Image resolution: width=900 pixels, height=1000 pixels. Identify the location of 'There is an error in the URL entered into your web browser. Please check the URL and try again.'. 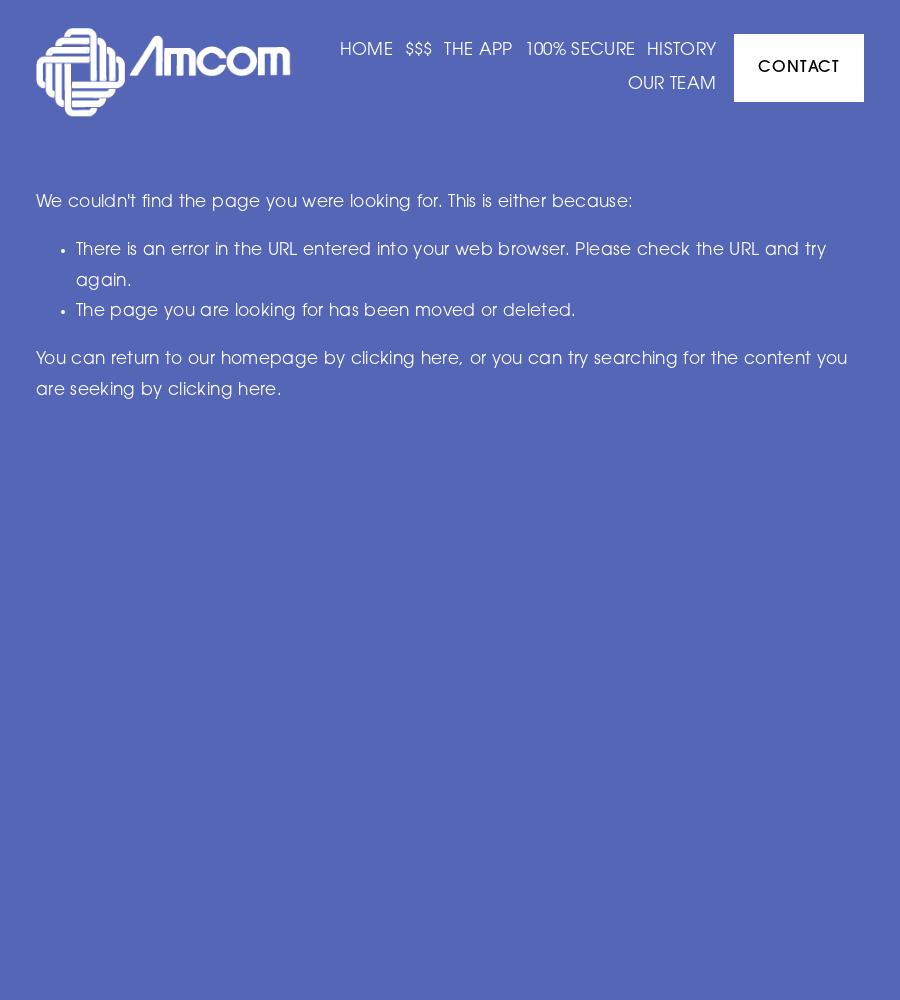
(450, 265).